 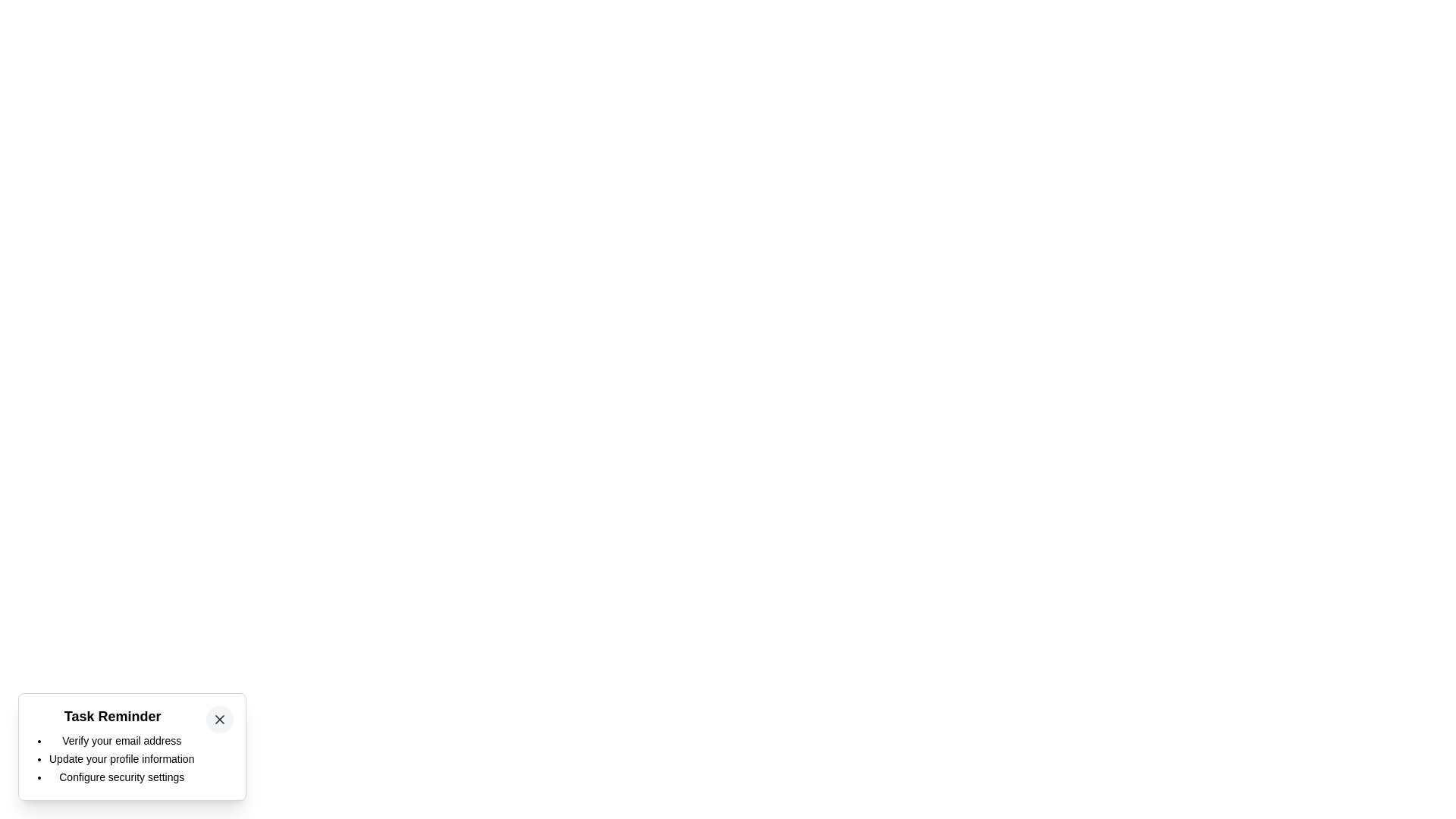 I want to click on the dismiss button to close the snackbar, so click(x=219, y=718).